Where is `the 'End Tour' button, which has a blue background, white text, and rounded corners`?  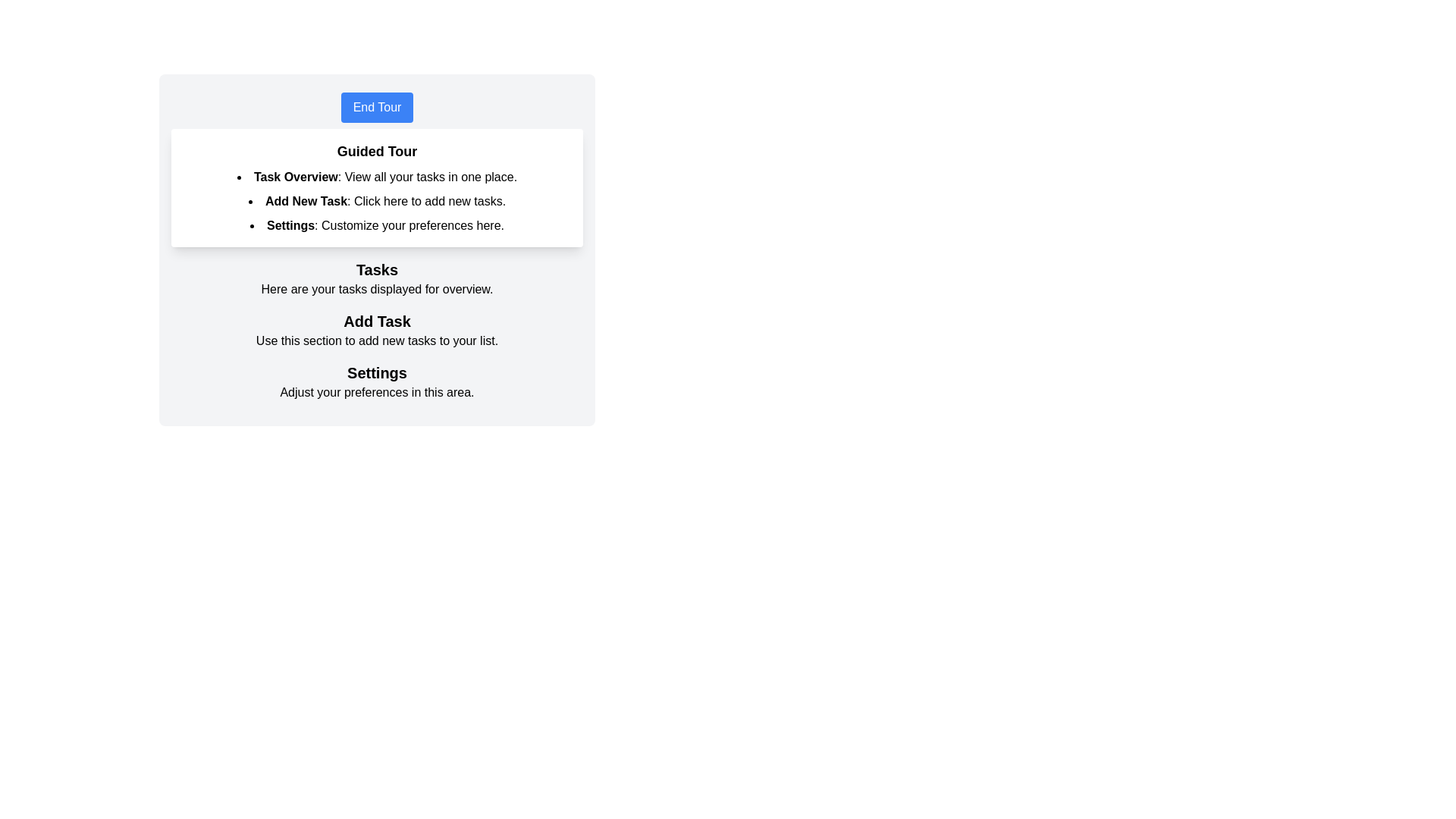
the 'End Tour' button, which has a blue background, white text, and rounded corners is located at coordinates (377, 107).